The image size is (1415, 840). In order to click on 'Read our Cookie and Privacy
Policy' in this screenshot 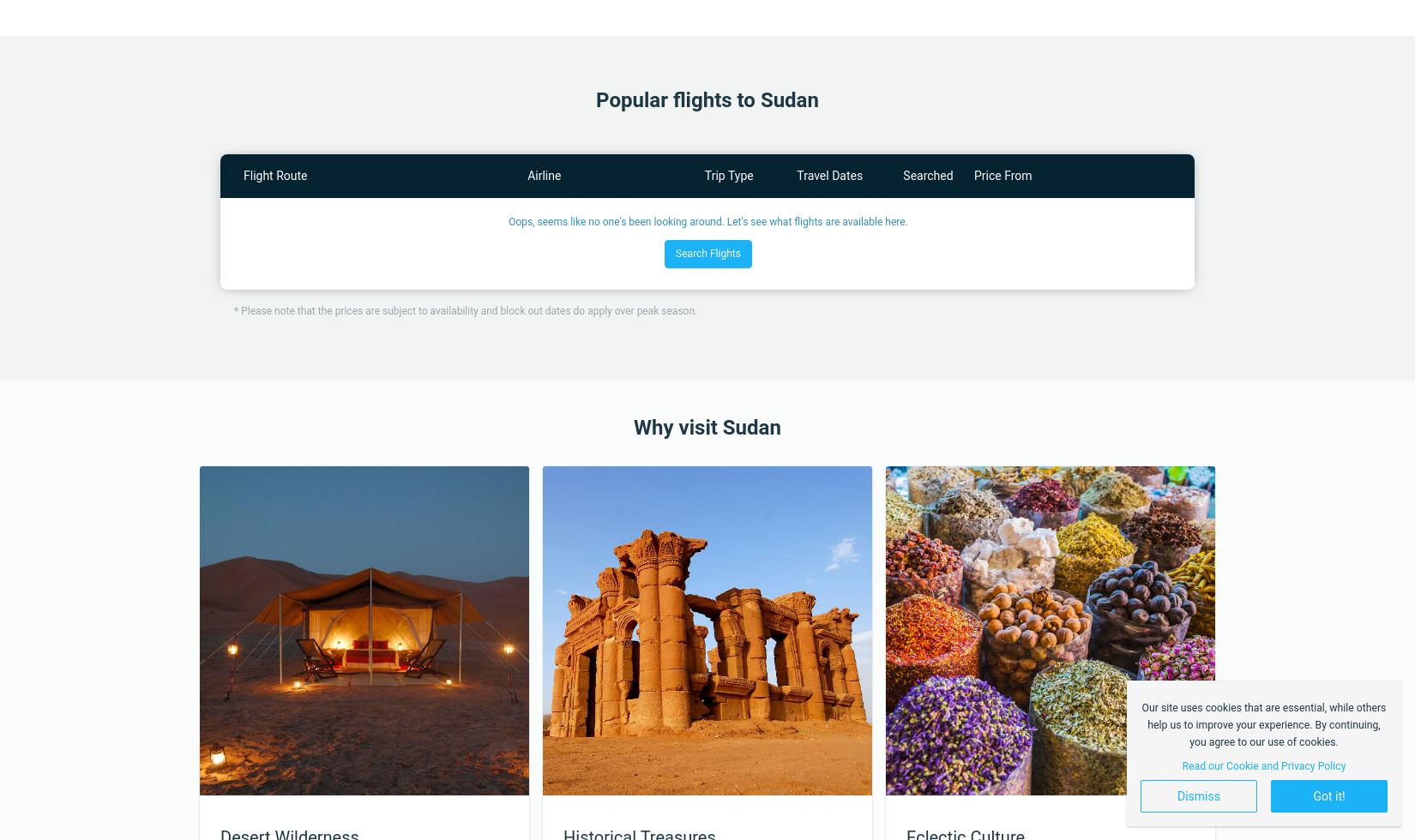, I will do `click(1262, 765)`.